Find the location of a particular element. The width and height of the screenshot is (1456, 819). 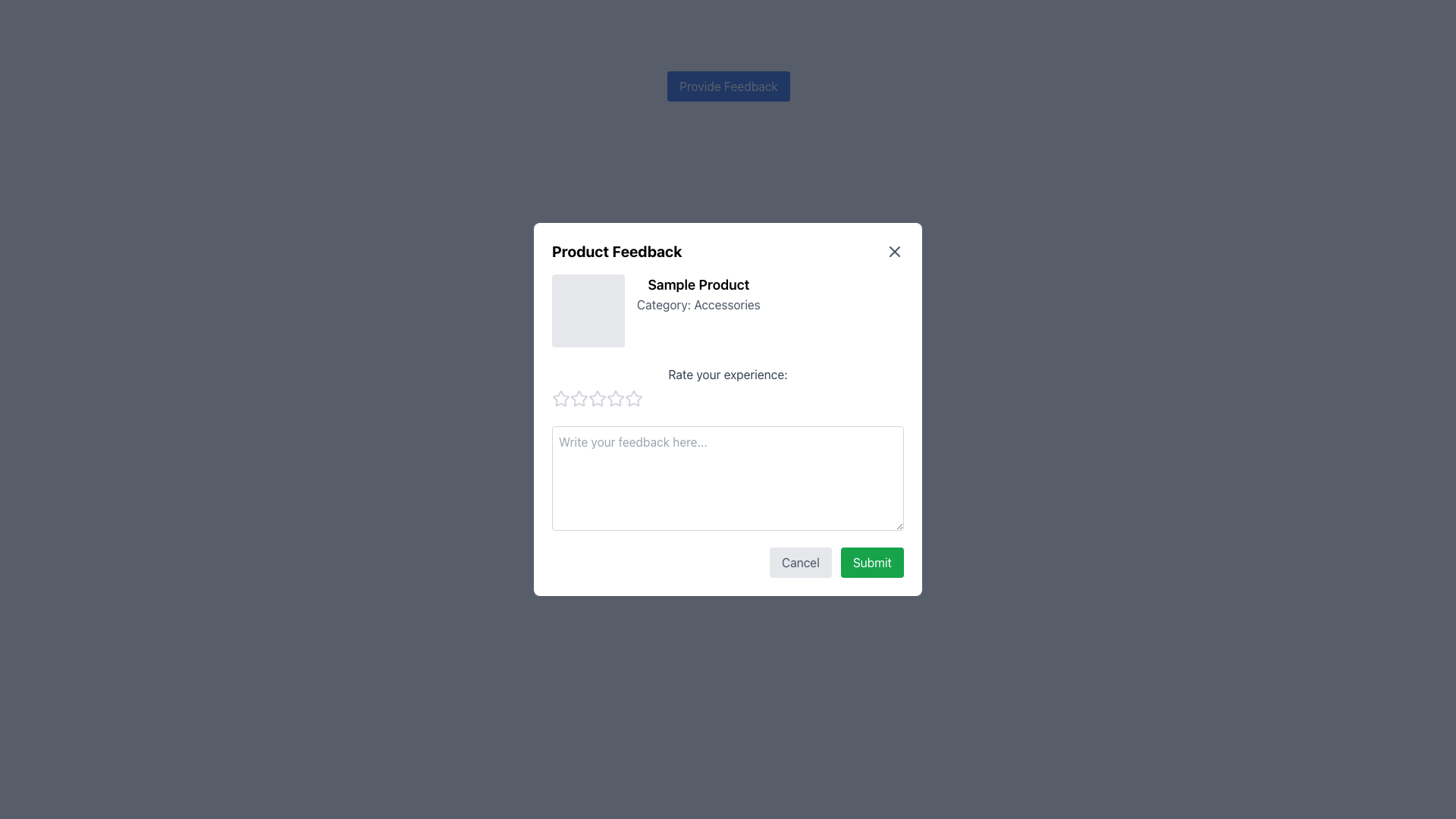

the cross-shaped button in the top-right corner of the 'Product Feedback' dialog is located at coordinates (895, 250).